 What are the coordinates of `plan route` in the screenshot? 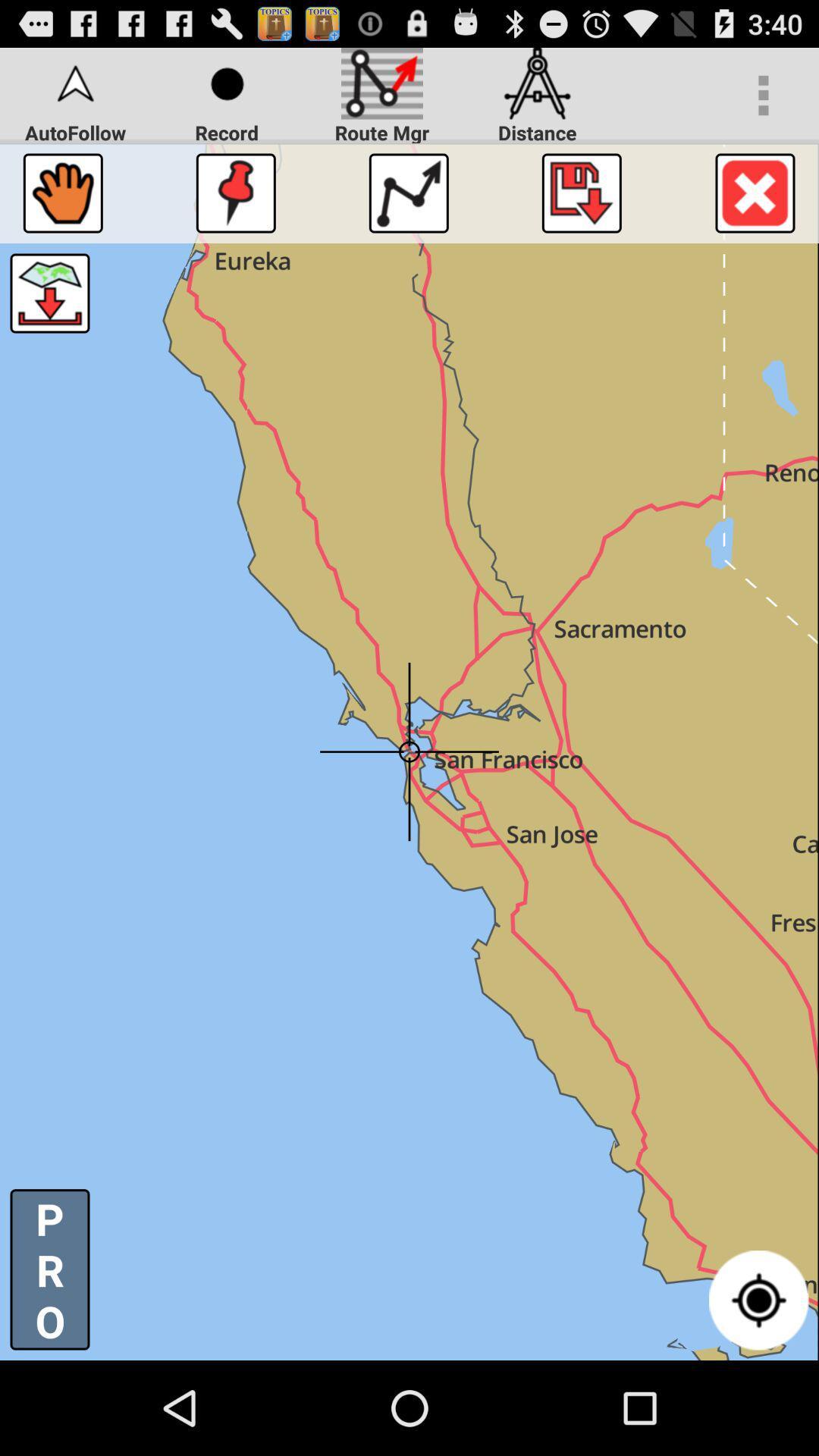 It's located at (408, 192).